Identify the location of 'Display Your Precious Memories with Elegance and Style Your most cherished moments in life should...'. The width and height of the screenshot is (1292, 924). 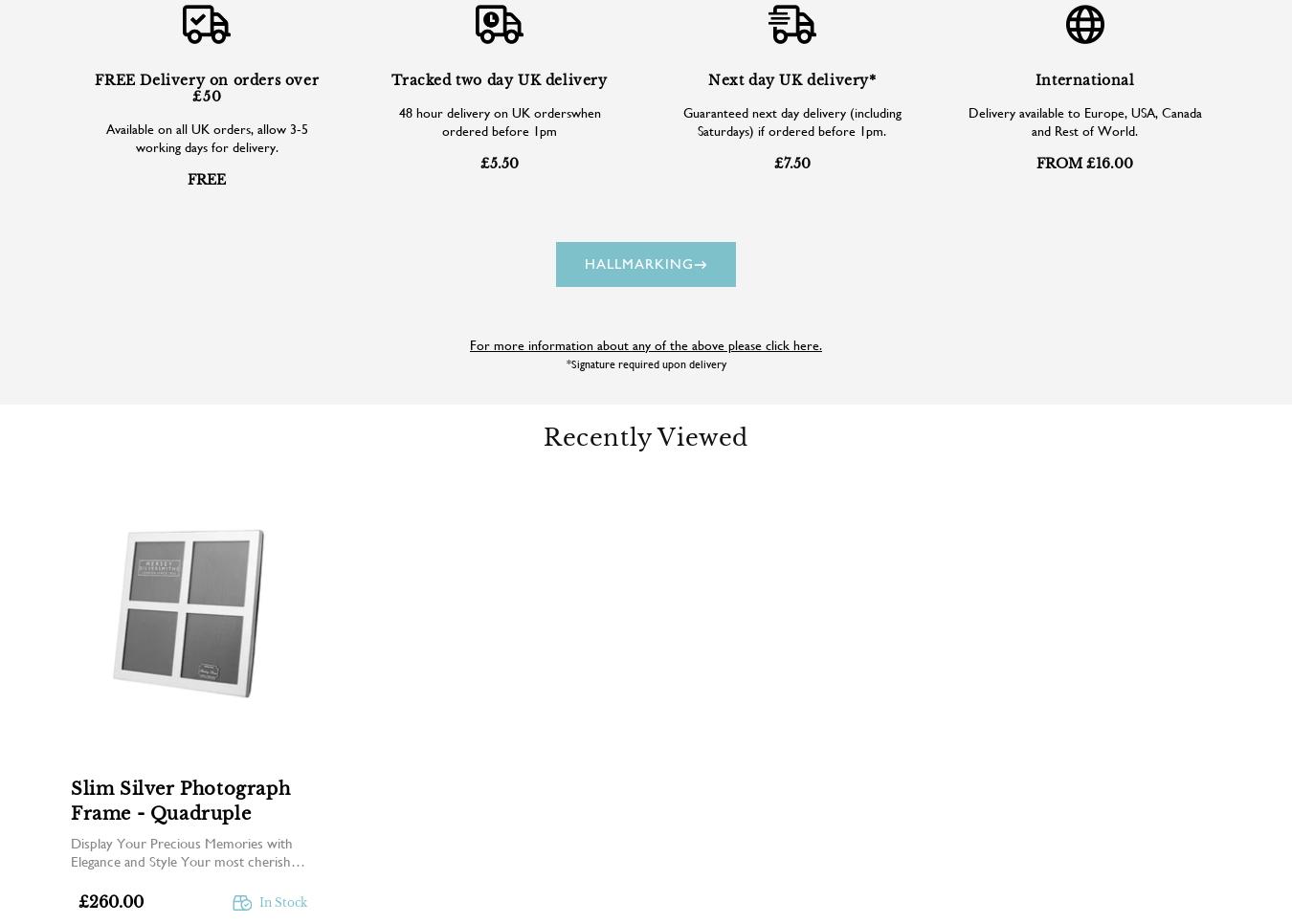
(188, 860).